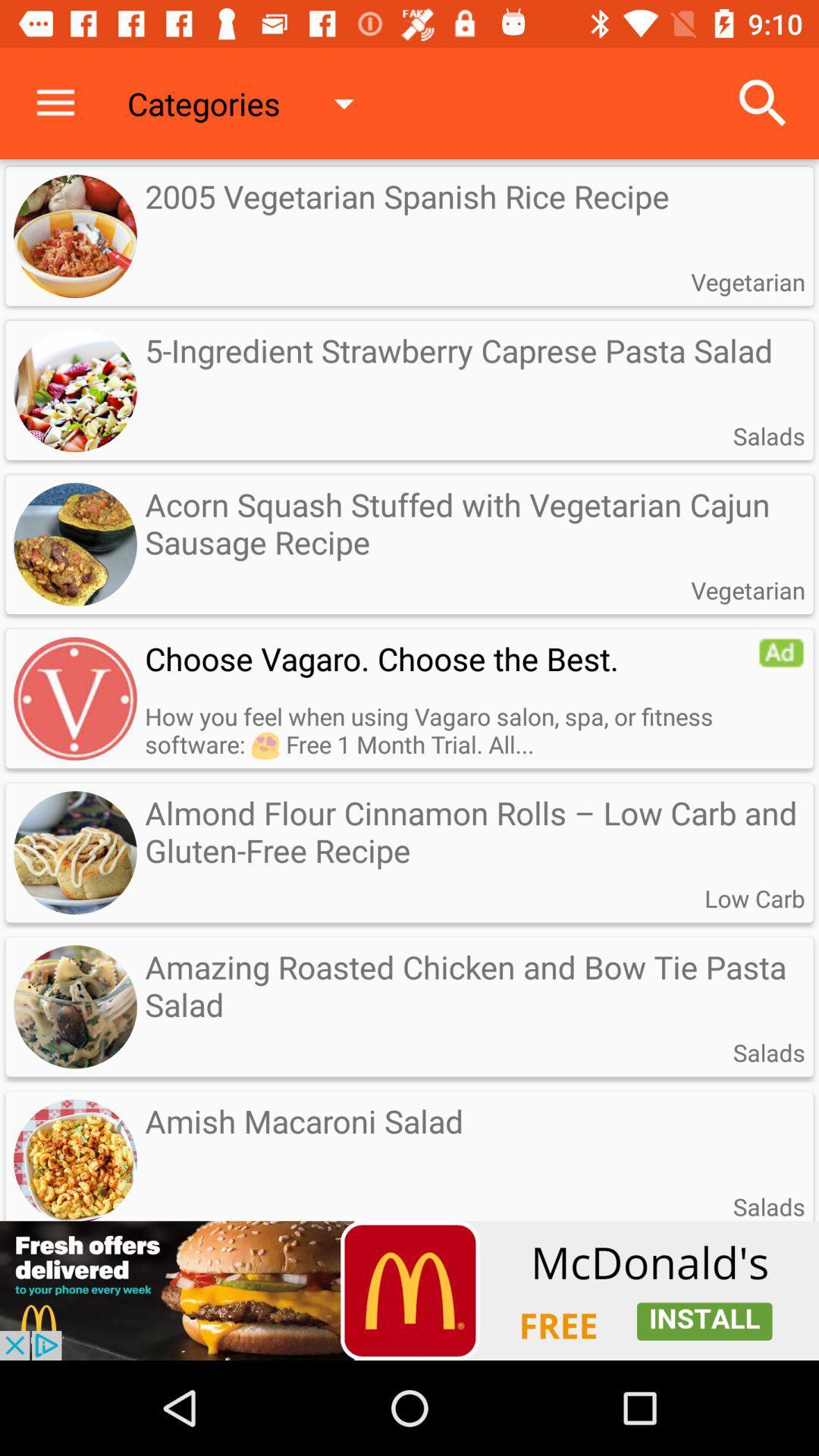 This screenshot has width=819, height=1456. Describe the element at coordinates (763, 103) in the screenshot. I see `the search icon at the top right corner` at that location.